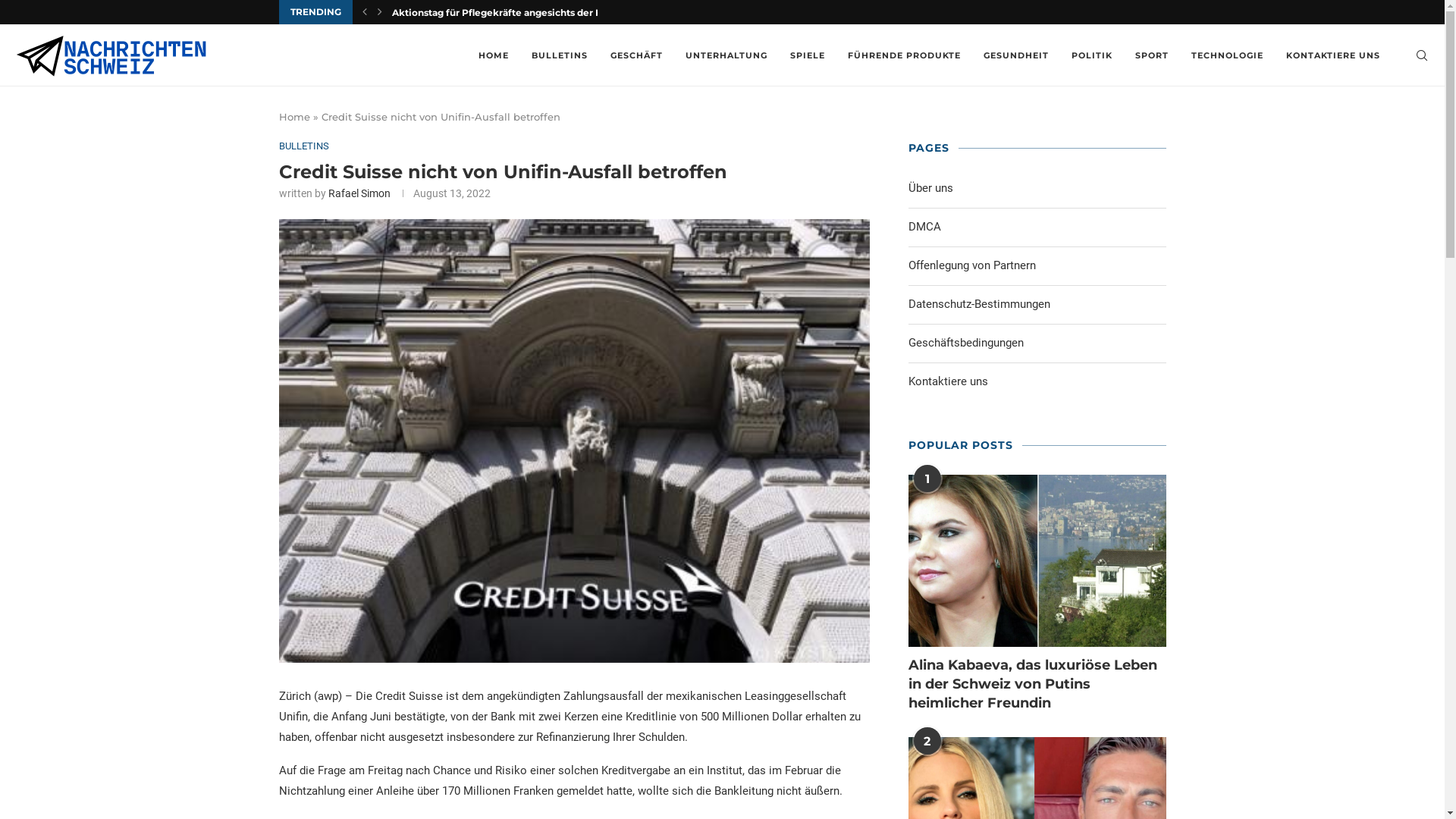  Describe the element at coordinates (908, 263) in the screenshot. I see `'Offenlegung von Partnern'` at that location.